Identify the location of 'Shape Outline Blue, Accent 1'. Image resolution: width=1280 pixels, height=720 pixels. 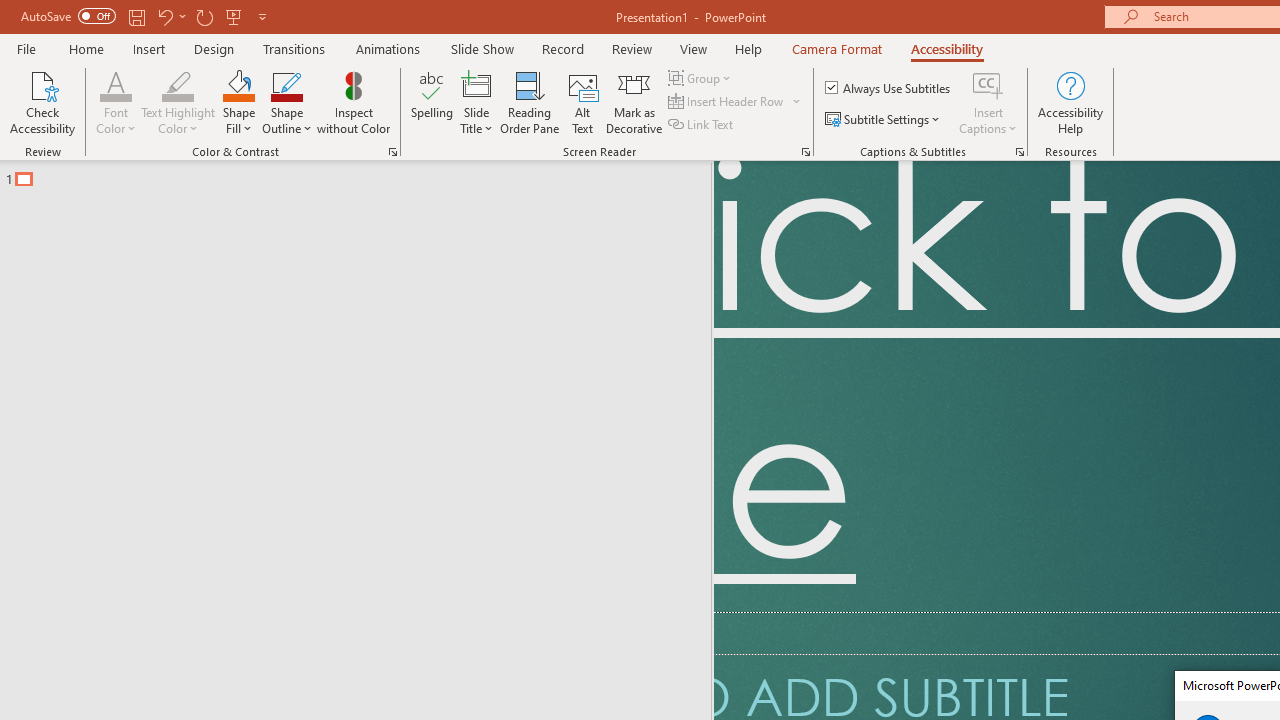
(286, 84).